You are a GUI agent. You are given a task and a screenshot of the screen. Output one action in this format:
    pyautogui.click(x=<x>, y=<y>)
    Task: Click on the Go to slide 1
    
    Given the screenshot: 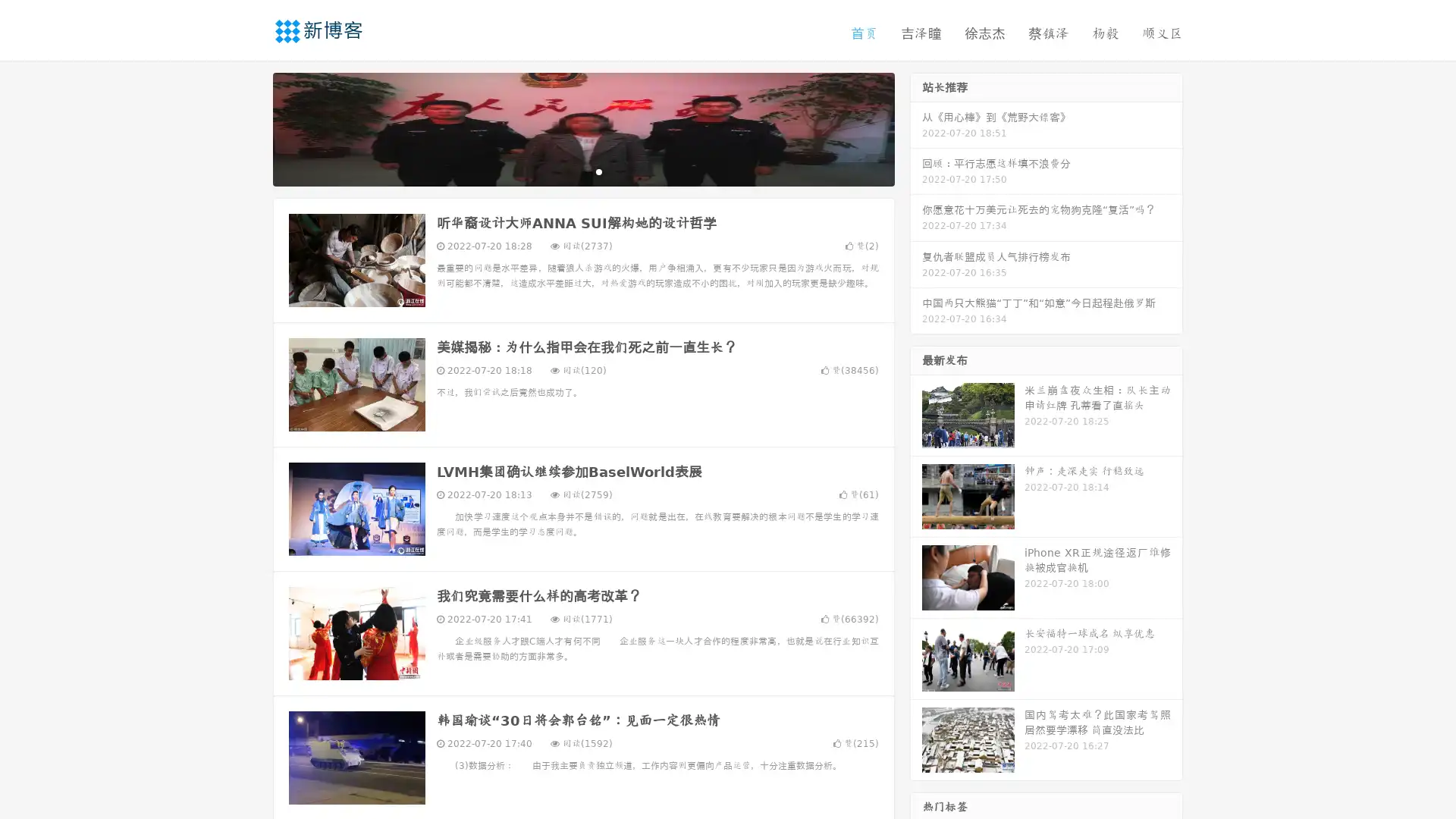 What is the action you would take?
    pyautogui.click(x=567, y=171)
    